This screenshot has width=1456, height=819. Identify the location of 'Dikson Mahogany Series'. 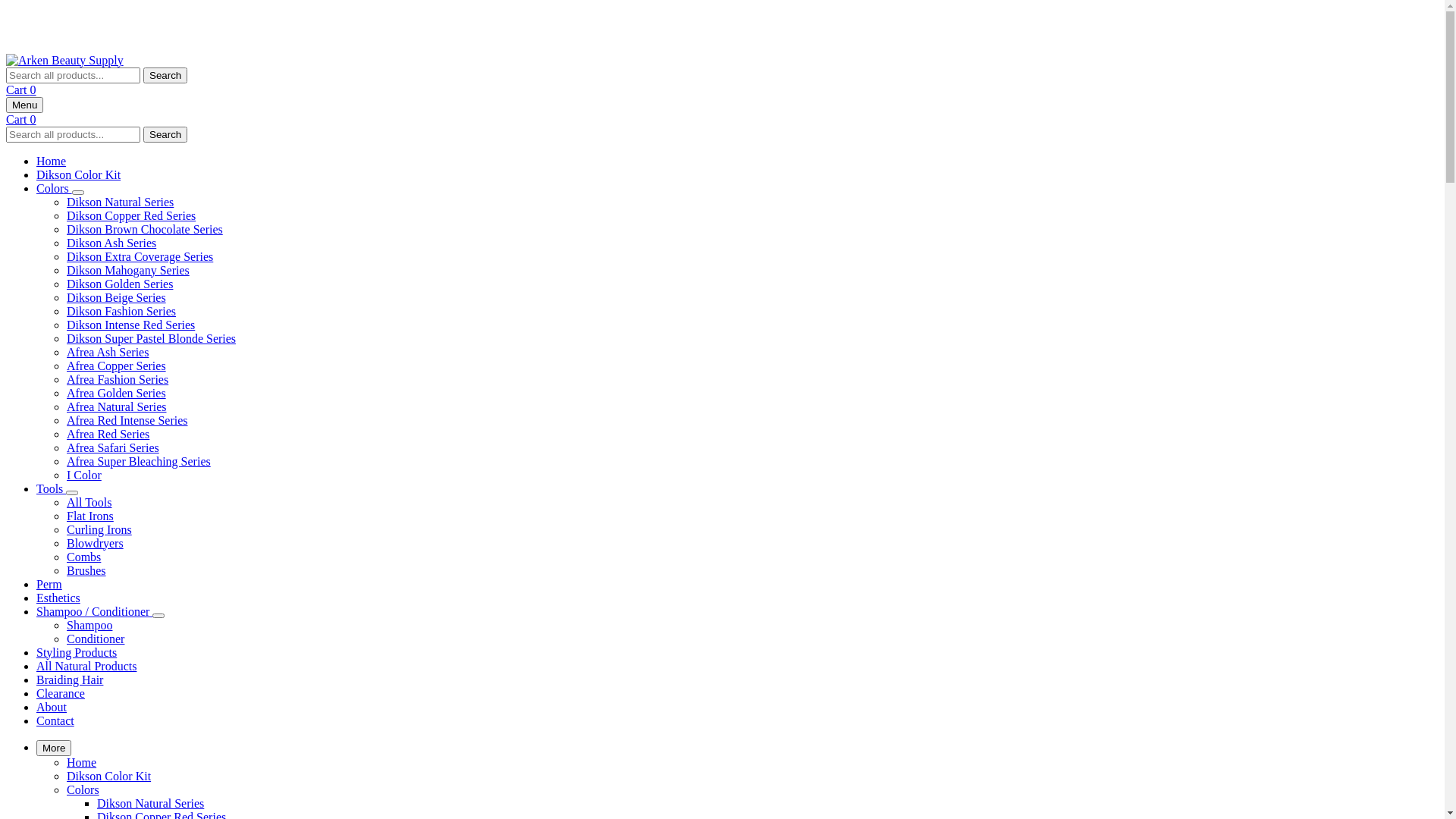
(127, 269).